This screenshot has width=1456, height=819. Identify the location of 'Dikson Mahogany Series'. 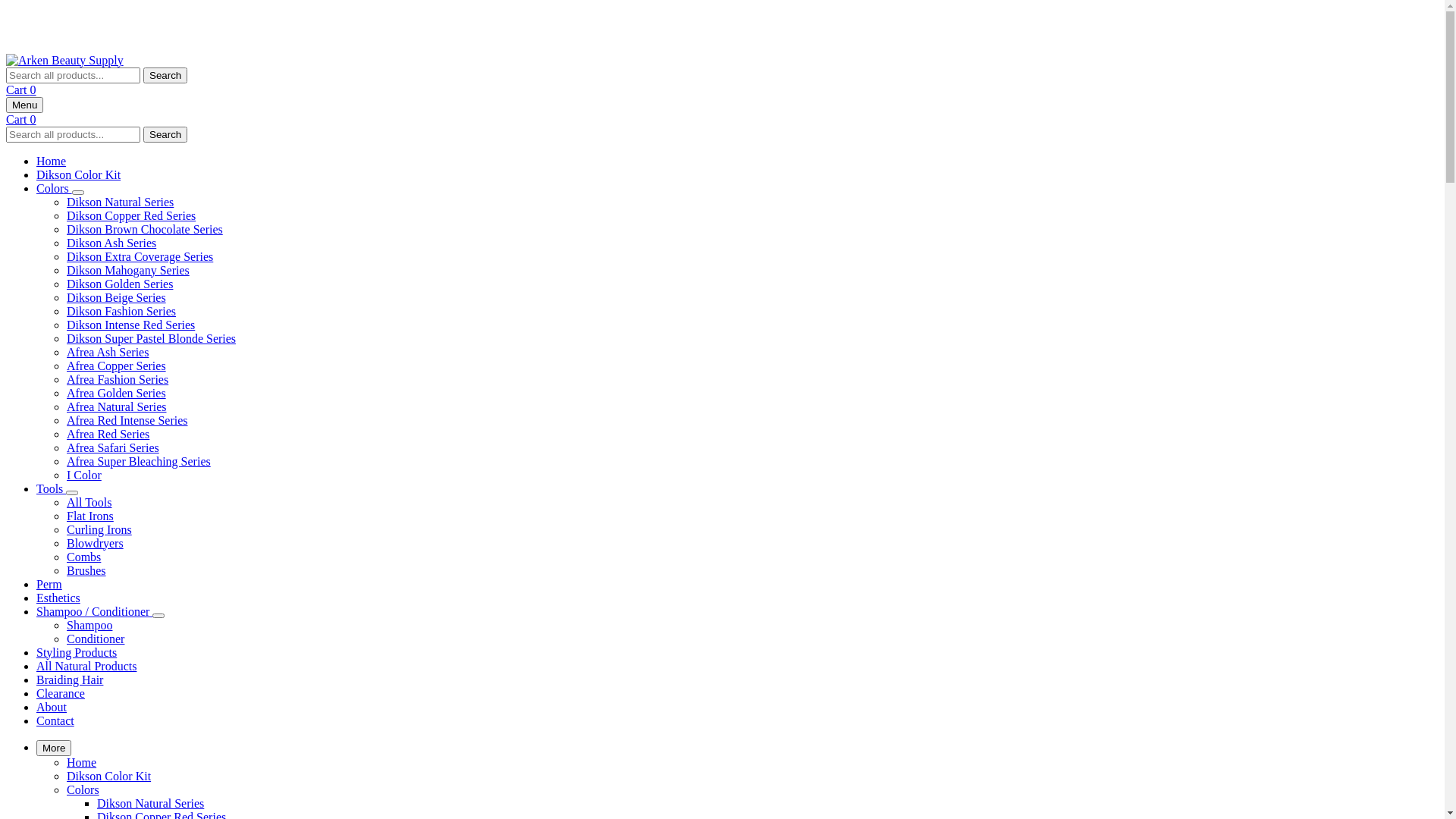
(127, 269).